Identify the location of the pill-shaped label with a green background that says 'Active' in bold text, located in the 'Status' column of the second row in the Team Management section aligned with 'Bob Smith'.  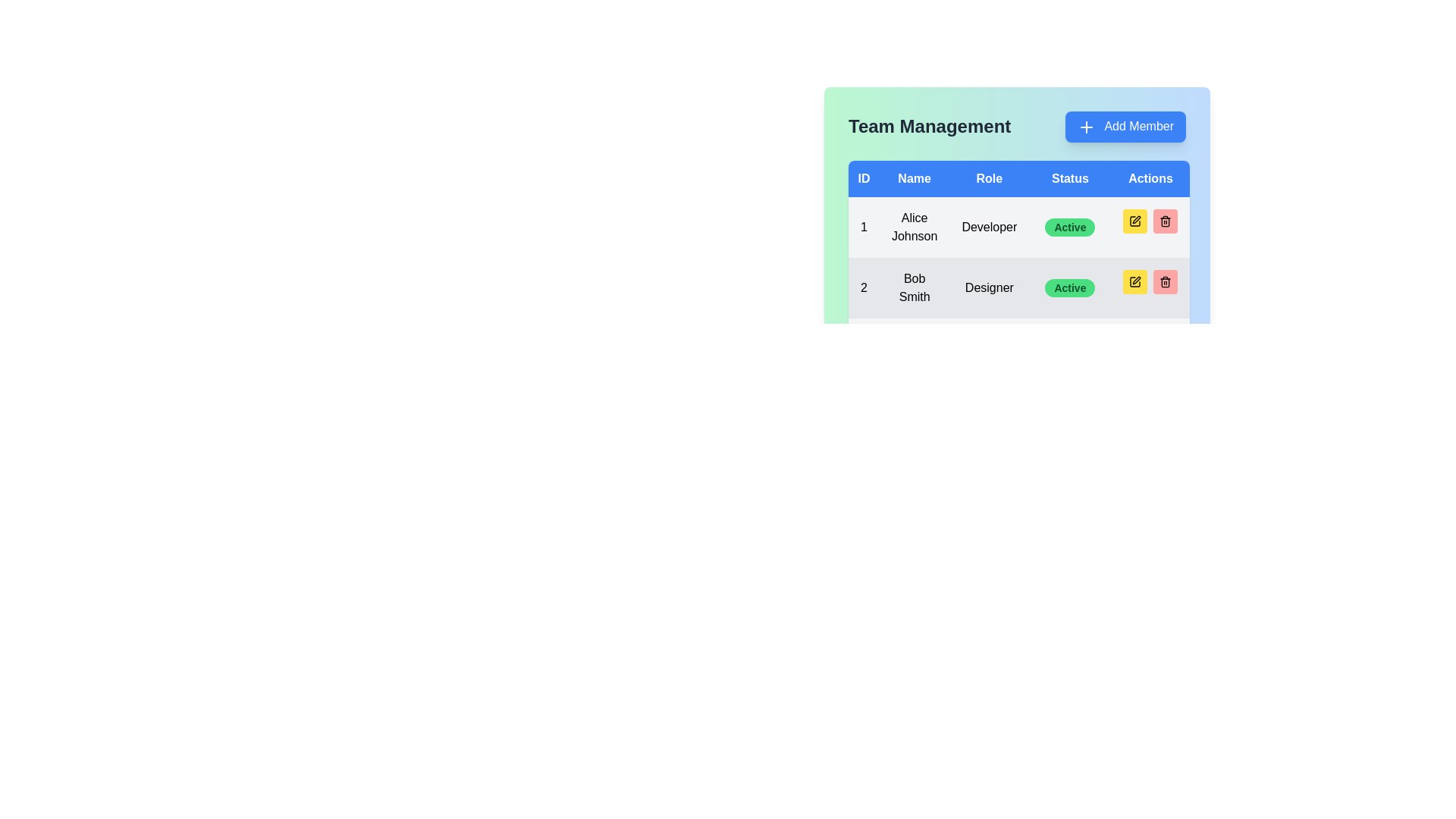
(1069, 287).